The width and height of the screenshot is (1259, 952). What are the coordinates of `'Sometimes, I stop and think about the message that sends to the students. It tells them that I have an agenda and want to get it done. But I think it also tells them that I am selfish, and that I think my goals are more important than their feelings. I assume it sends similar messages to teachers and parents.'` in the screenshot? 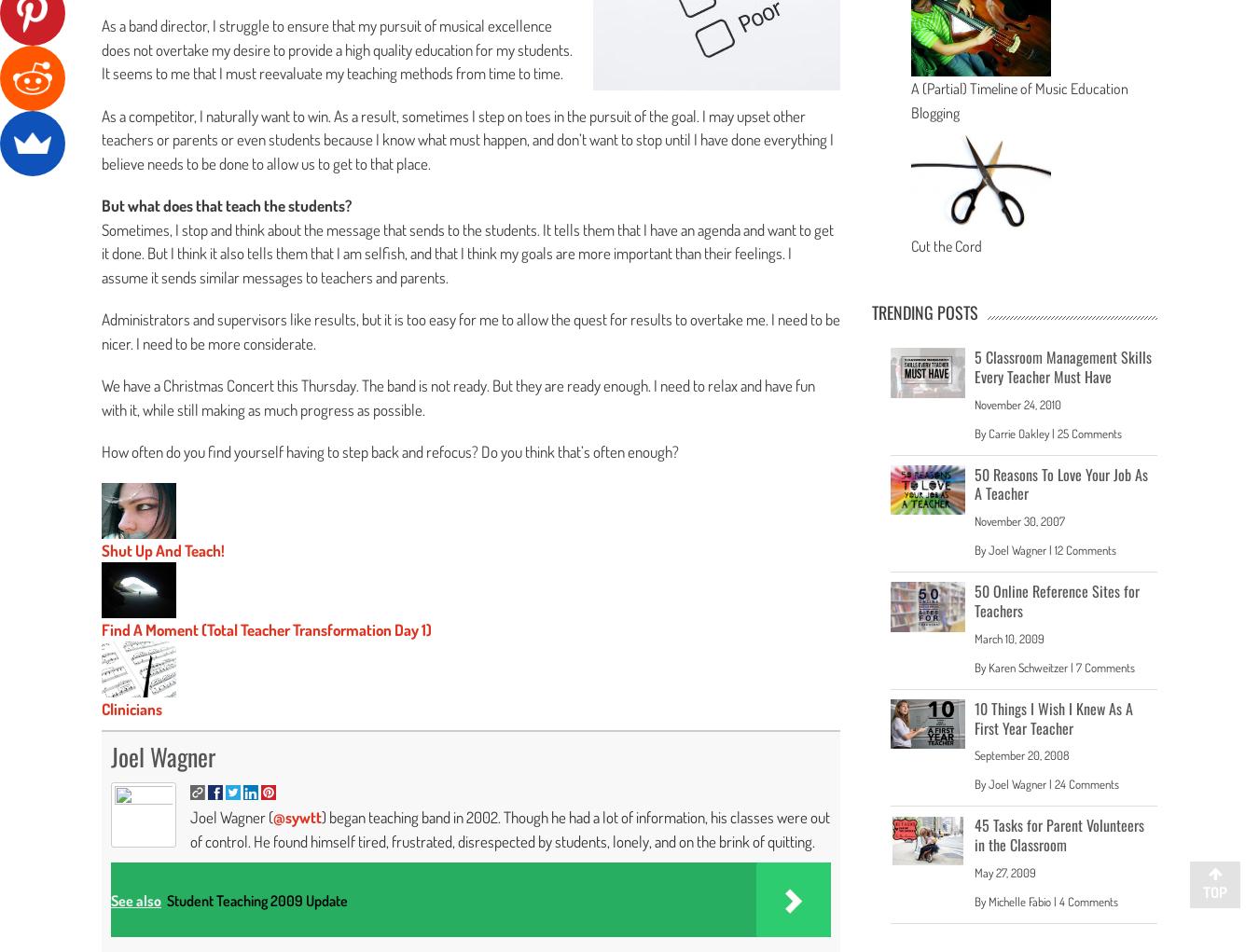 It's located at (100, 251).